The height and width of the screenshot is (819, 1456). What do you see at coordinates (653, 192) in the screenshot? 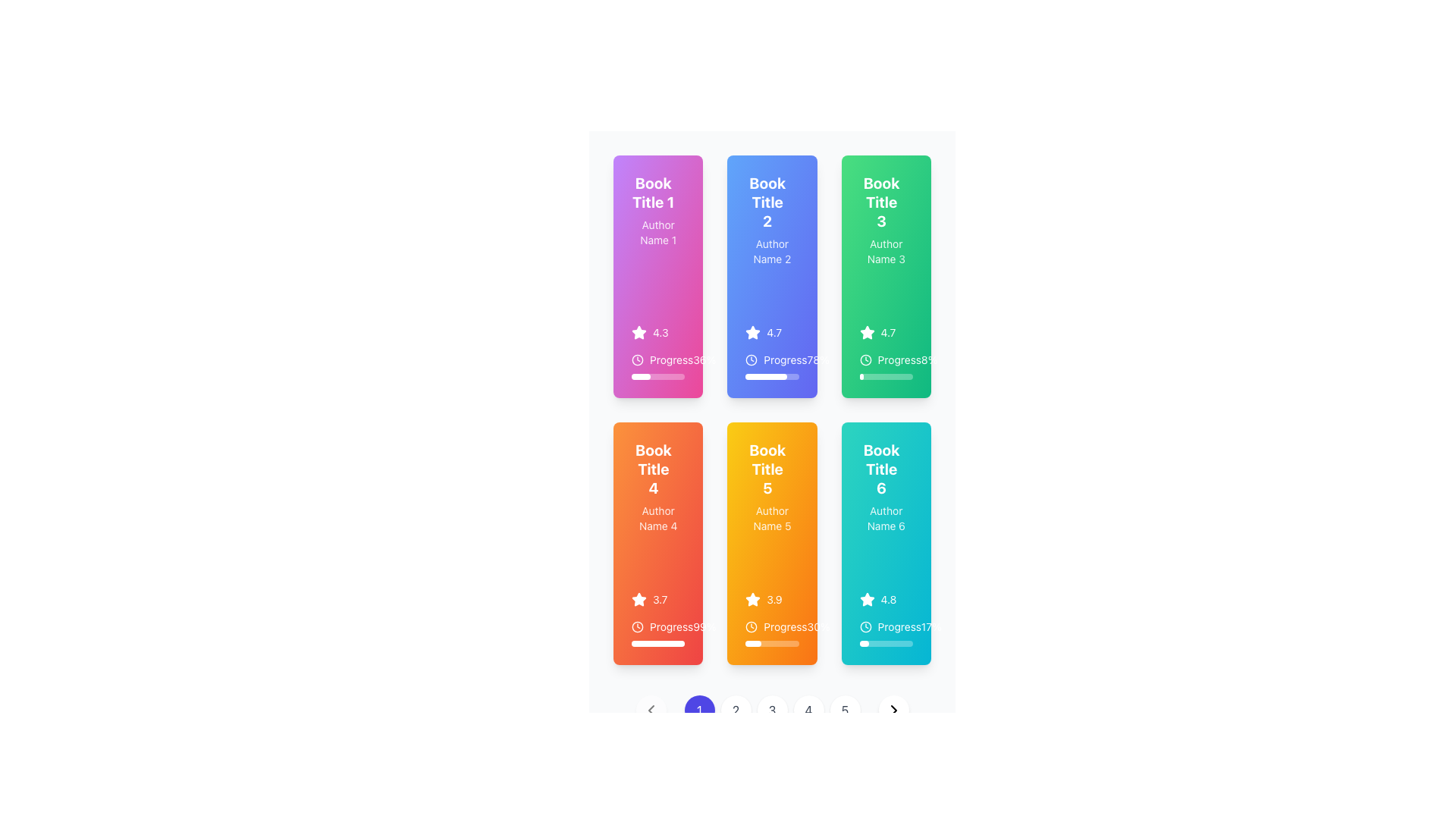
I see `the text content of the bold and extra-large text label displaying 'Book Title 1', located at the top of the leftmost card in the first row of a grid layout with a gradient pink background` at bounding box center [653, 192].